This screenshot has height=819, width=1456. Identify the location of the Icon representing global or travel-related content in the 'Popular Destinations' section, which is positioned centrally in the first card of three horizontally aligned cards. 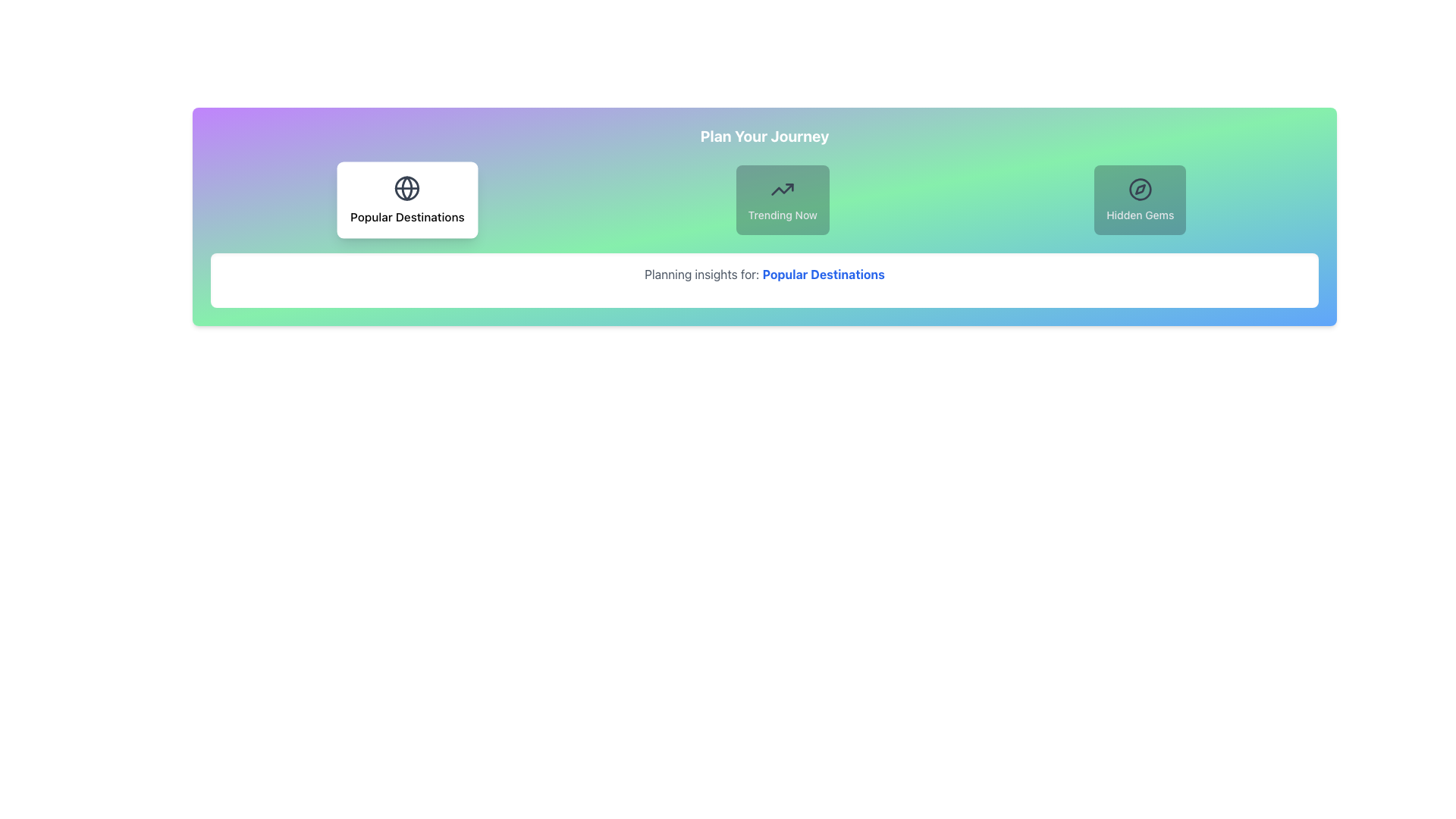
(407, 187).